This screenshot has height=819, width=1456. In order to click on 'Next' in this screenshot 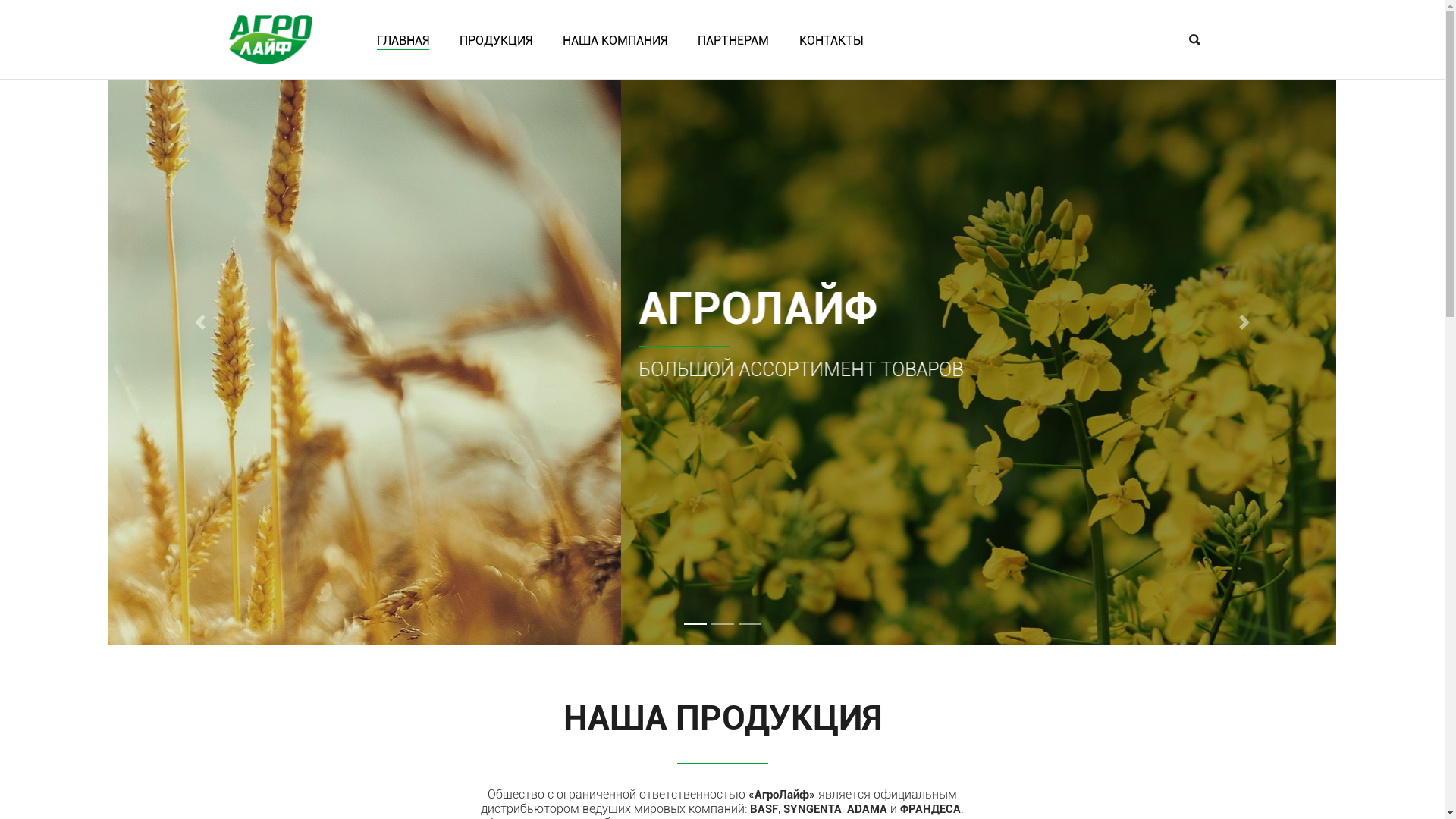, I will do `click(1244, 321)`.